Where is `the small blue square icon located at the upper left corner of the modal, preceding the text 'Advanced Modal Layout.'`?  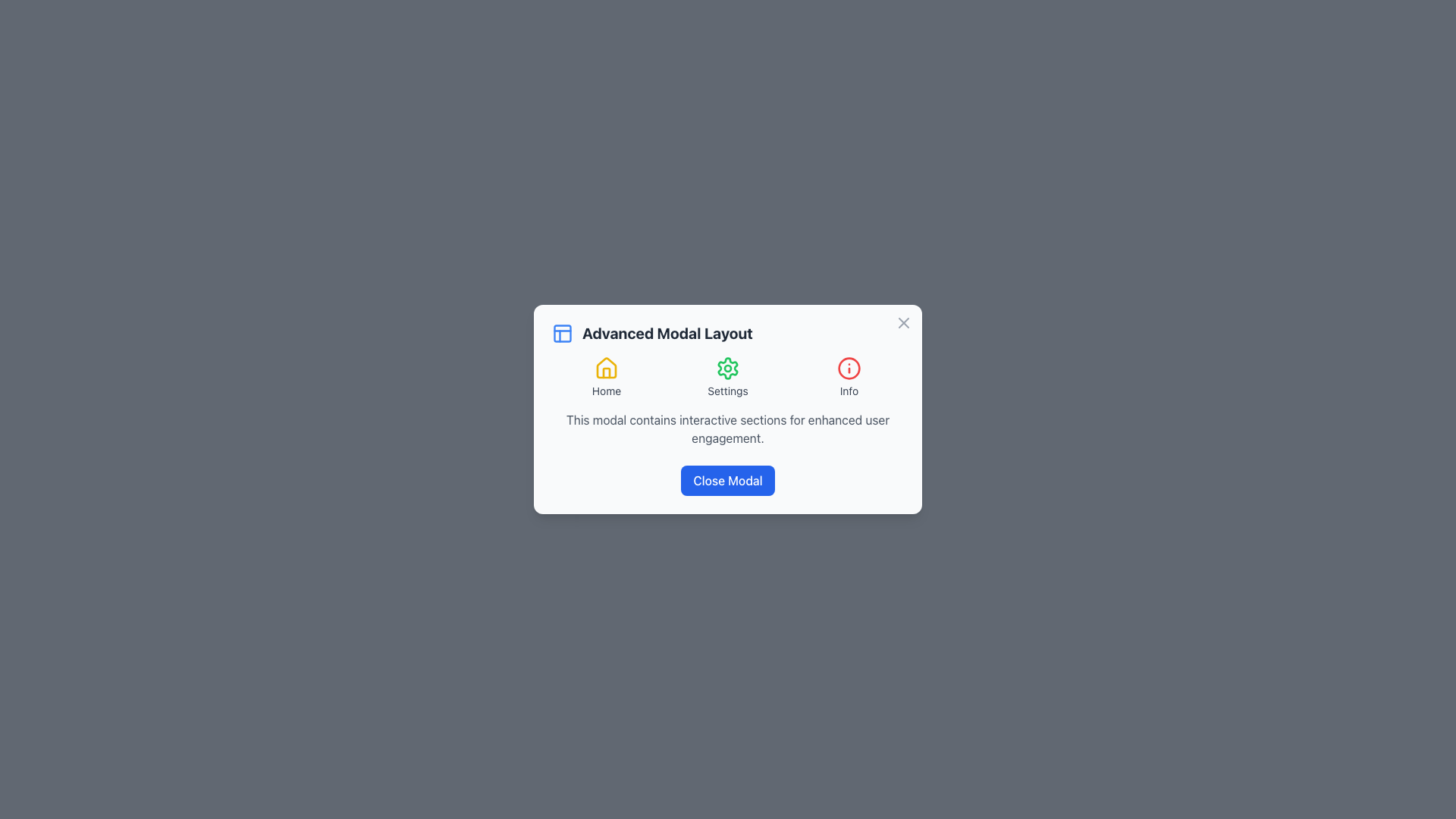 the small blue square icon located at the upper left corner of the modal, preceding the text 'Advanced Modal Layout.' is located at coordinates (562, 332).